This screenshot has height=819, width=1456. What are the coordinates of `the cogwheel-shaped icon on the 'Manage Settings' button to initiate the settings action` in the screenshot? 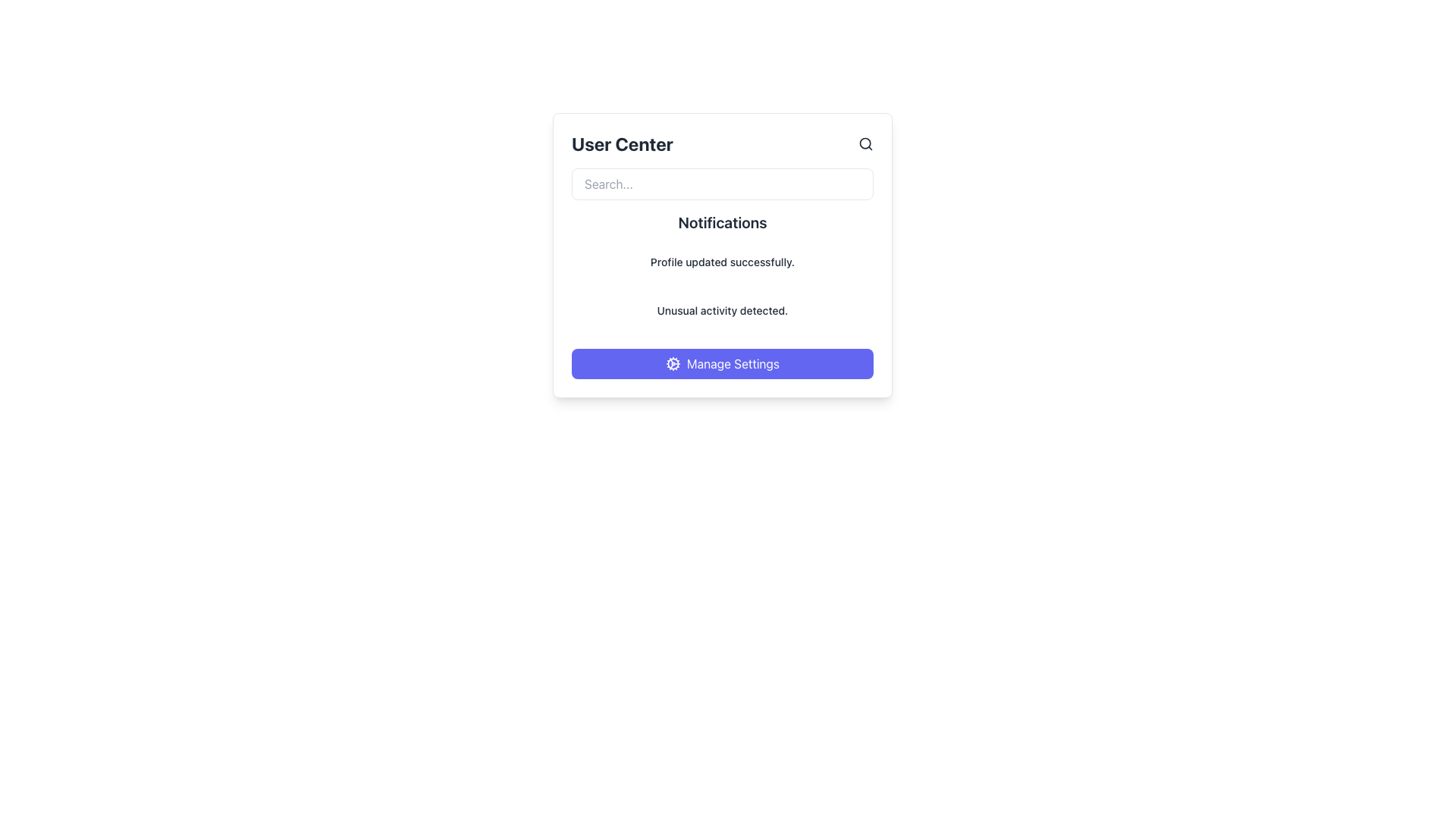 It's located at (673, 363).